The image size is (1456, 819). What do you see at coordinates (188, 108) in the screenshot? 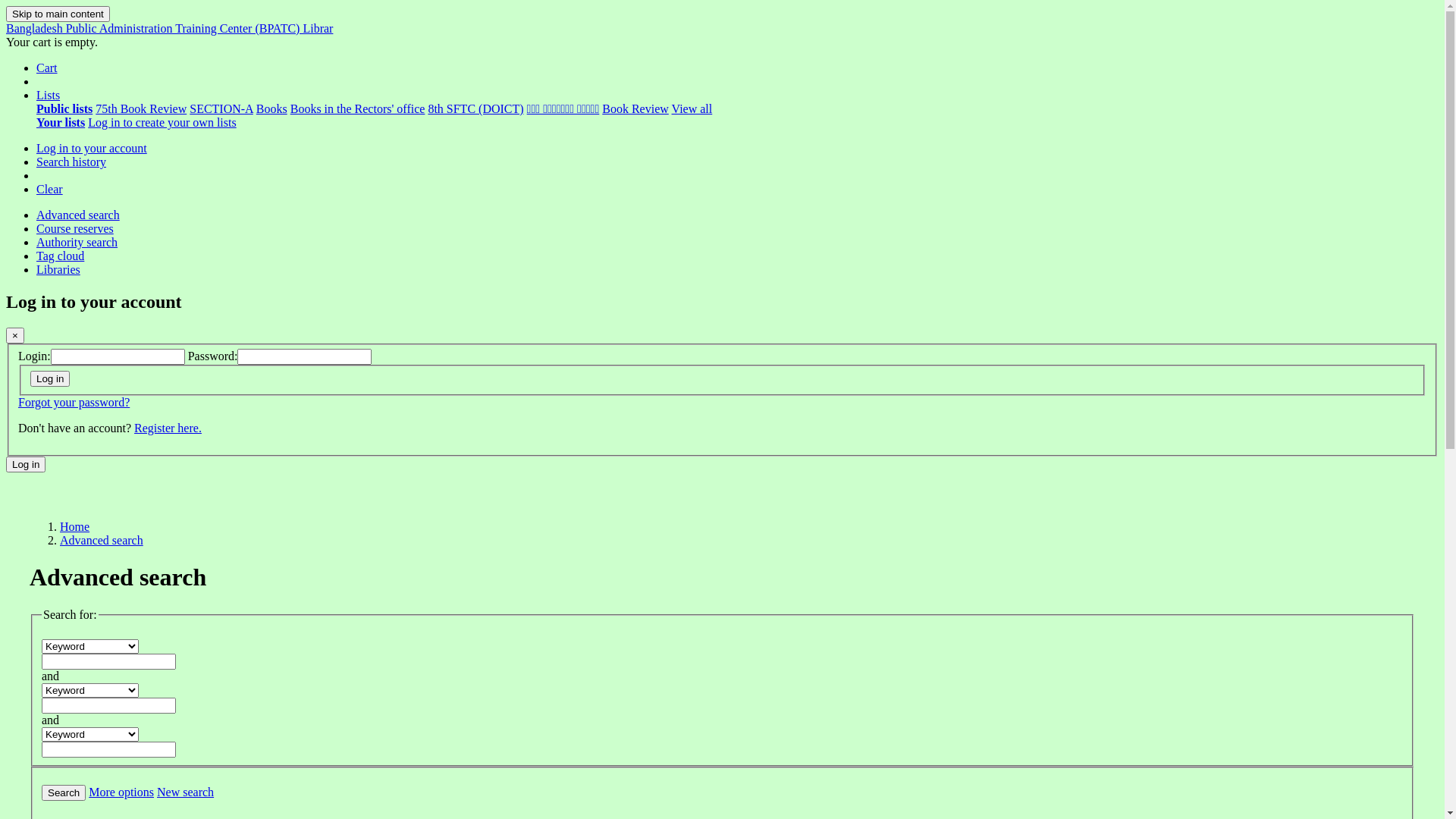
I see `'SECTION-A'` at bounding box center [188, 108].